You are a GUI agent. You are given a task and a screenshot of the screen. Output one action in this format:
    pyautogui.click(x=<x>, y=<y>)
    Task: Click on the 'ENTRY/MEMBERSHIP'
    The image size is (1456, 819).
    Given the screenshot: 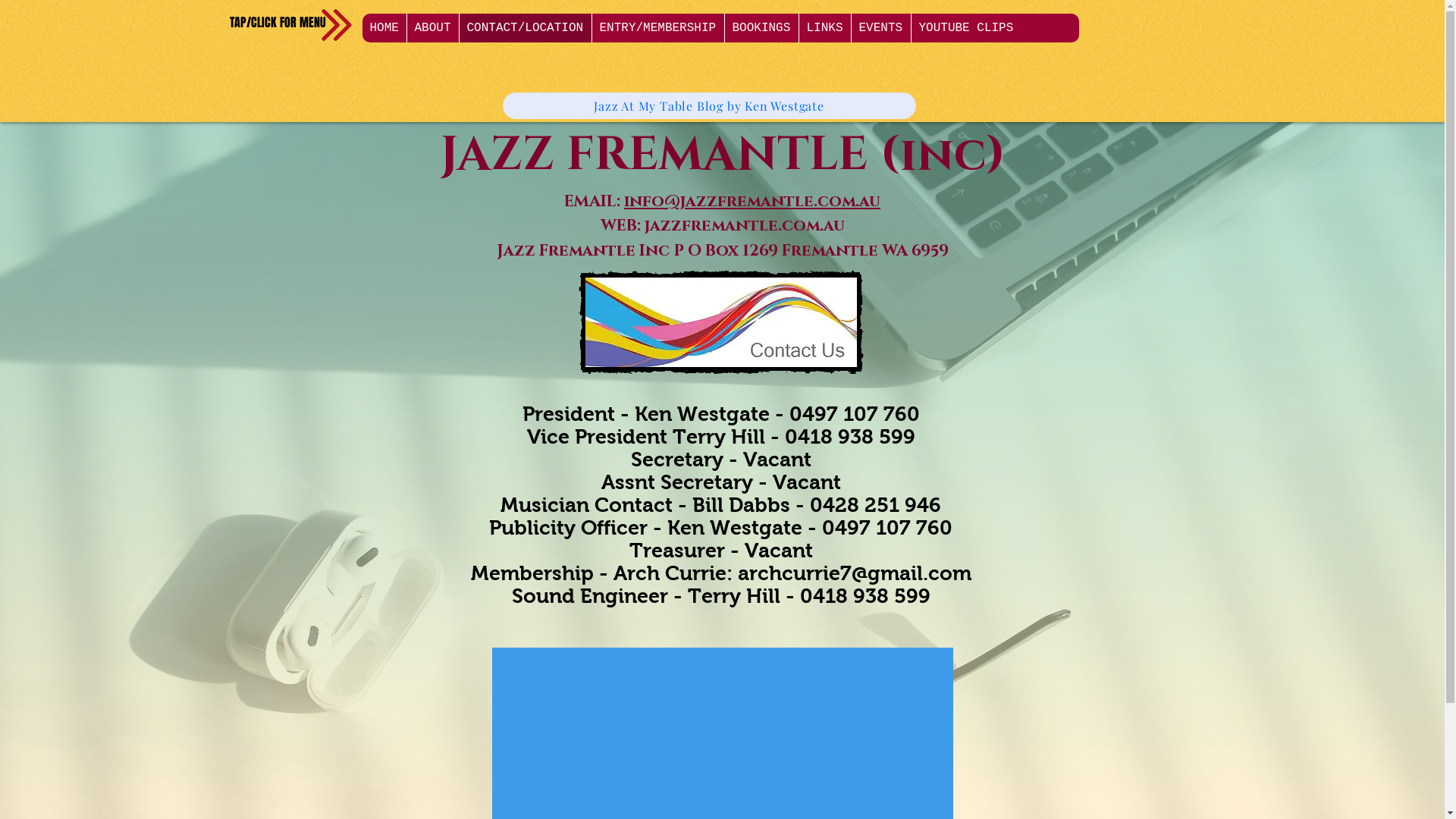 What is the action you would take?
    pyautogui.click(x=657, y=28)
    